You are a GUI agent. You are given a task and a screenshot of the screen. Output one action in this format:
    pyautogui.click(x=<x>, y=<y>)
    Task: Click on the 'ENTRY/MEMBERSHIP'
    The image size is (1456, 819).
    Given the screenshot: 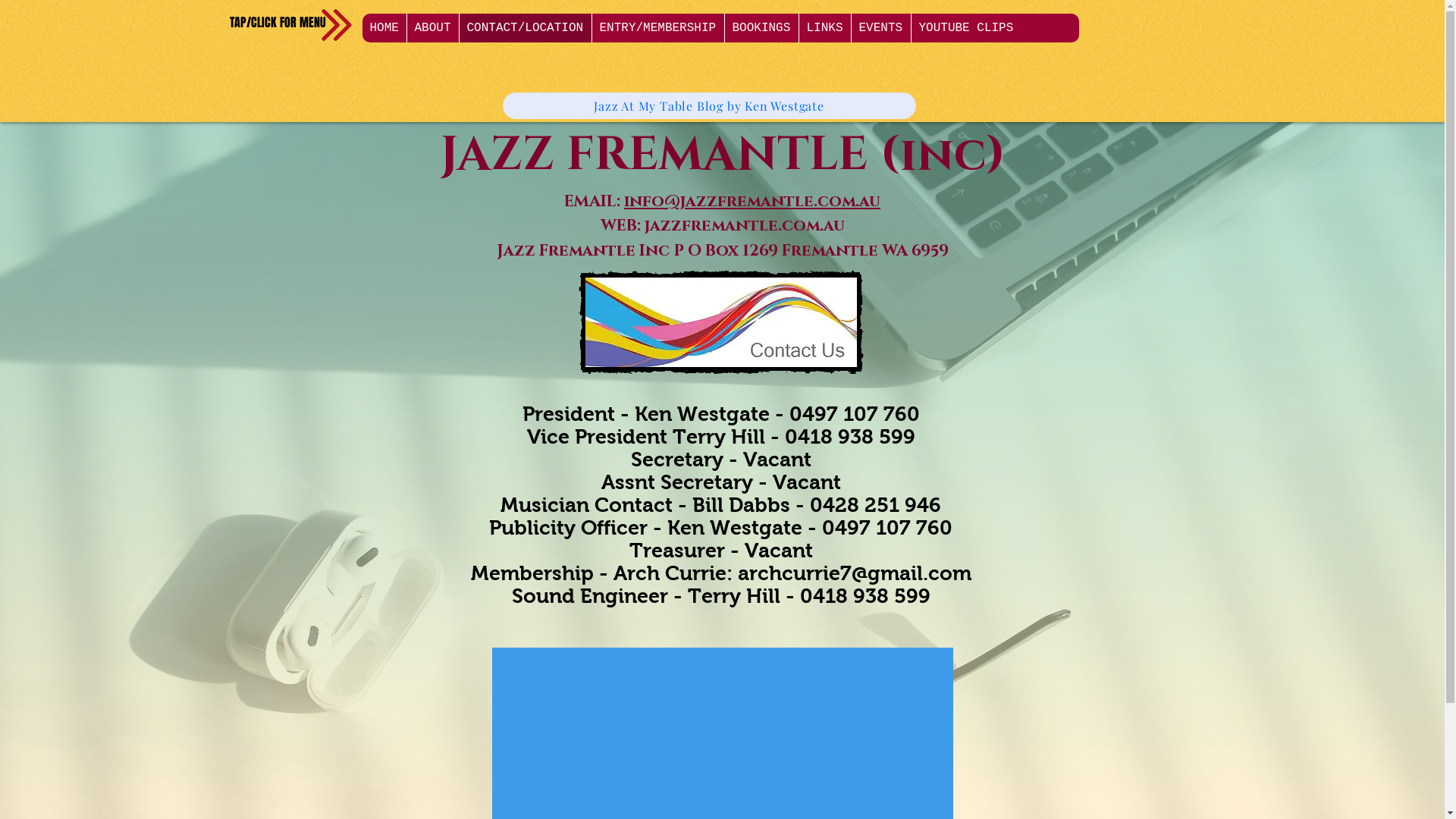 What is the action you would take?
    pyautogui.click(x=657, y=28)
    